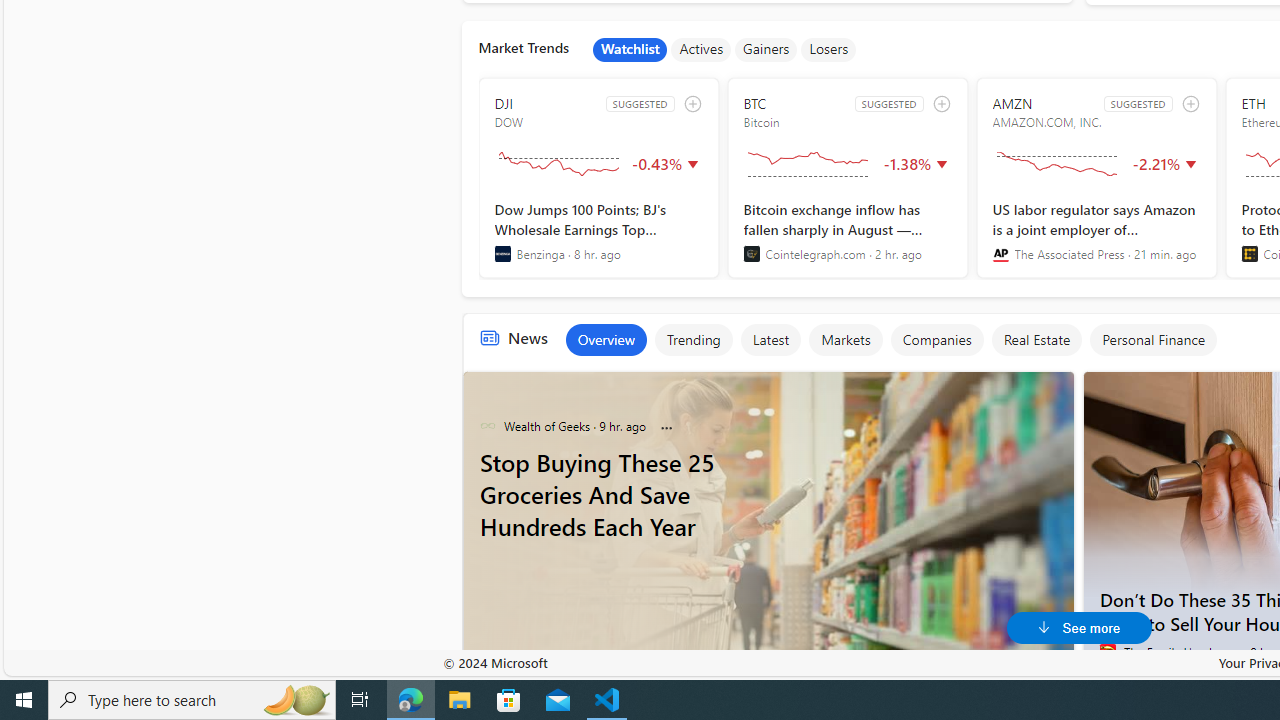 Image resolution: width=1280 pixels, height=720 pixels. What do you see at coordinates (1106, 651) in the screenshot?
I see `'The Family Handyman'` at bounding box center [1106, 651].